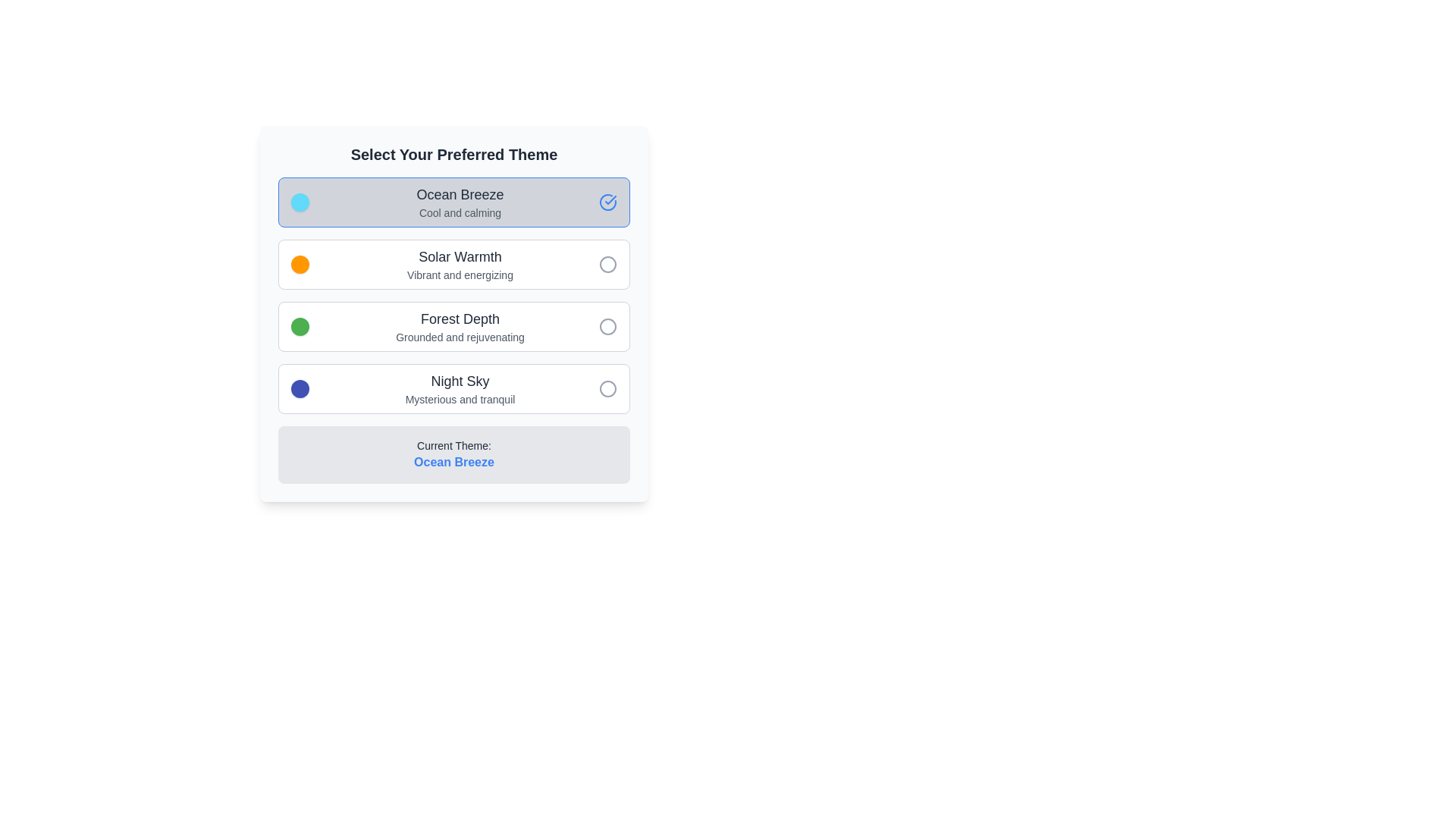 Image resolution: width=1456 pixels, height=819 pixels. I want to click on the text label displaying 'Ocean Breeze' styled in blue and bold, located at the bottom of the section with a gray background, following the text 'Current Theme:', so click(453, 461).